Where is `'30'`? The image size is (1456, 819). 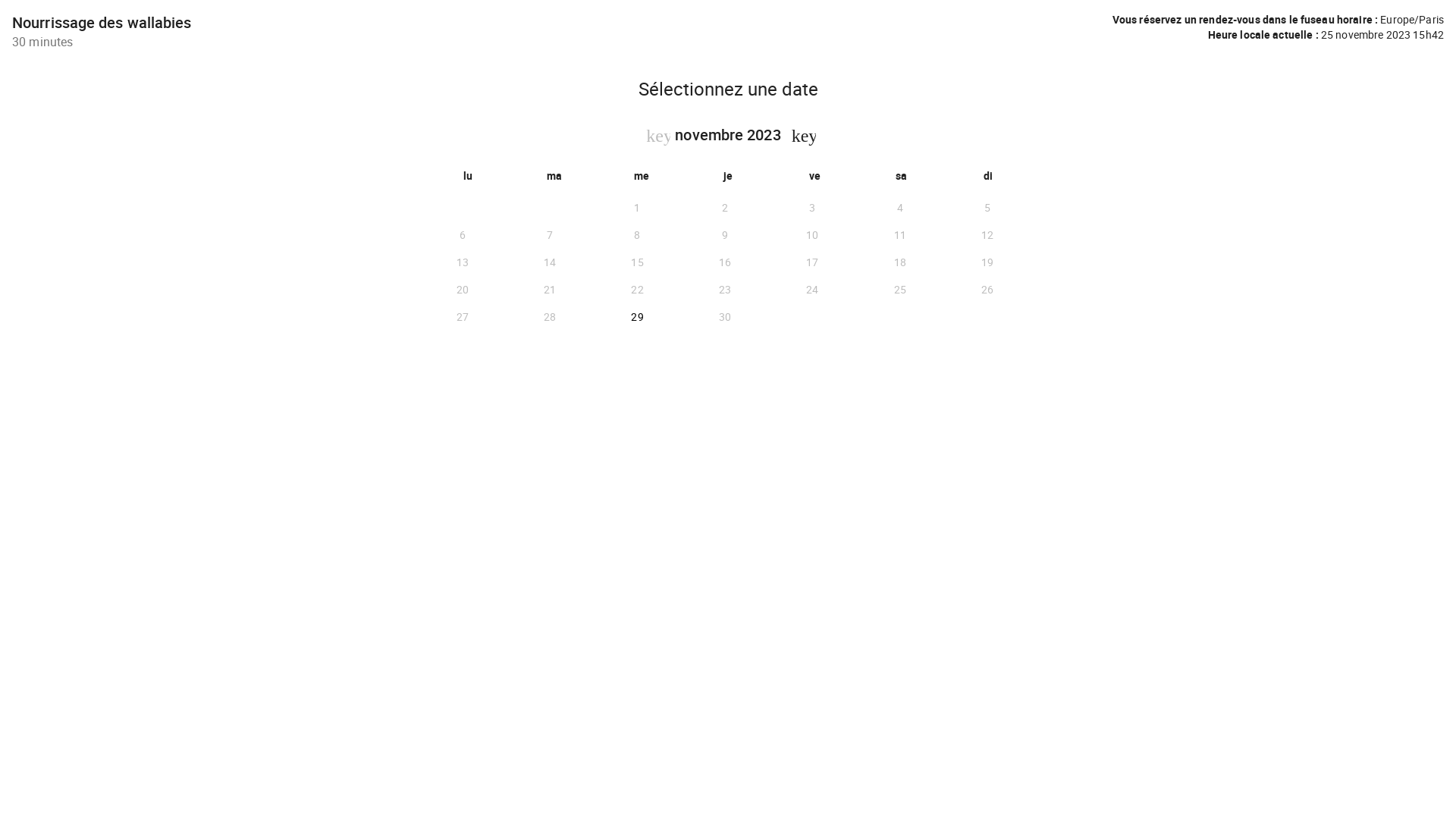
'30' is located at coordinates (723, 315).